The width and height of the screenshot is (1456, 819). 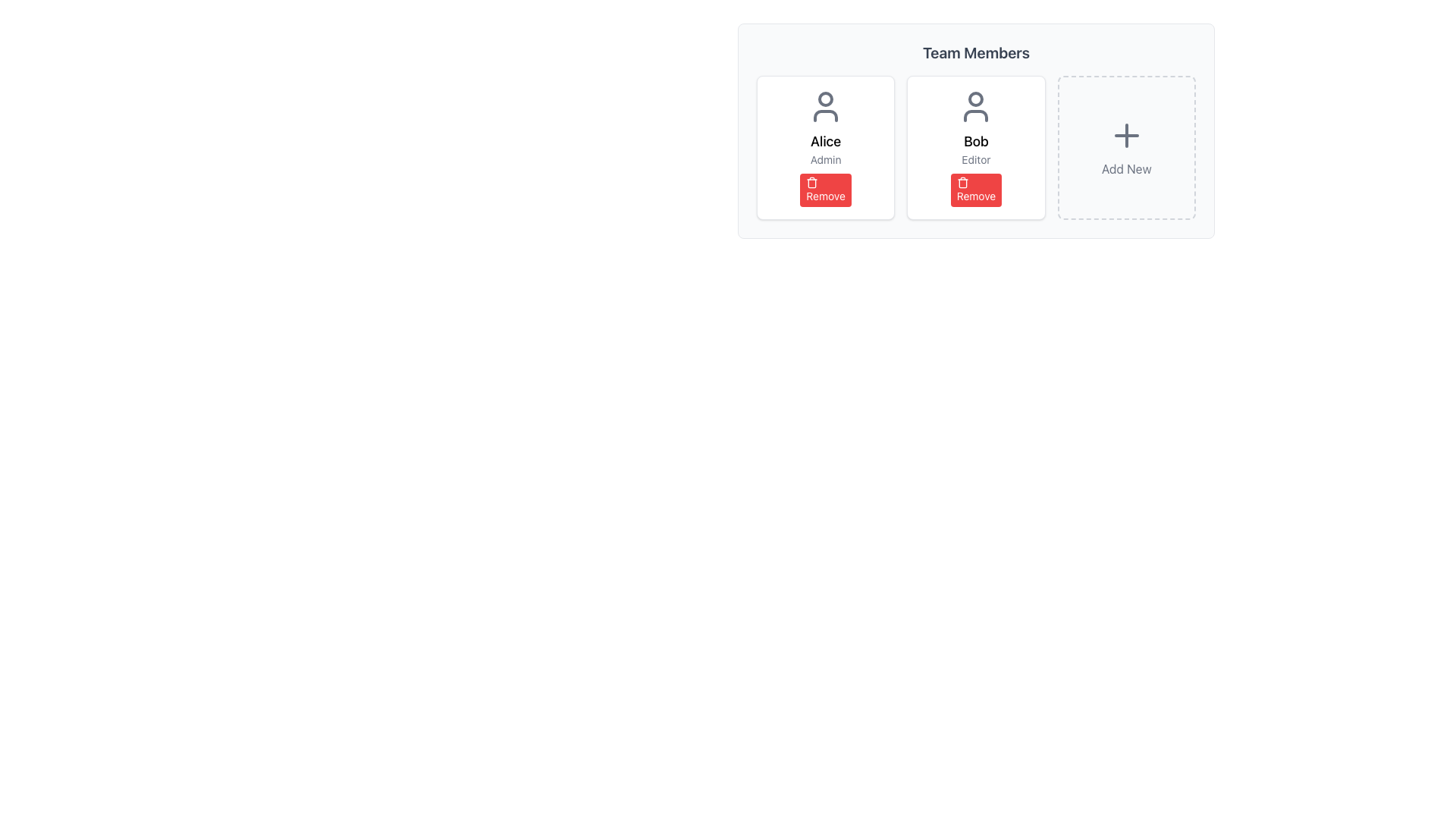 What do you see at coordinates (976, 141) in the screenshot?
I see `the text label displaying the name 'Bob', which is styled to stand out and positioned above the 'Editor' label within the team member card` at bounding box center [976, 141].